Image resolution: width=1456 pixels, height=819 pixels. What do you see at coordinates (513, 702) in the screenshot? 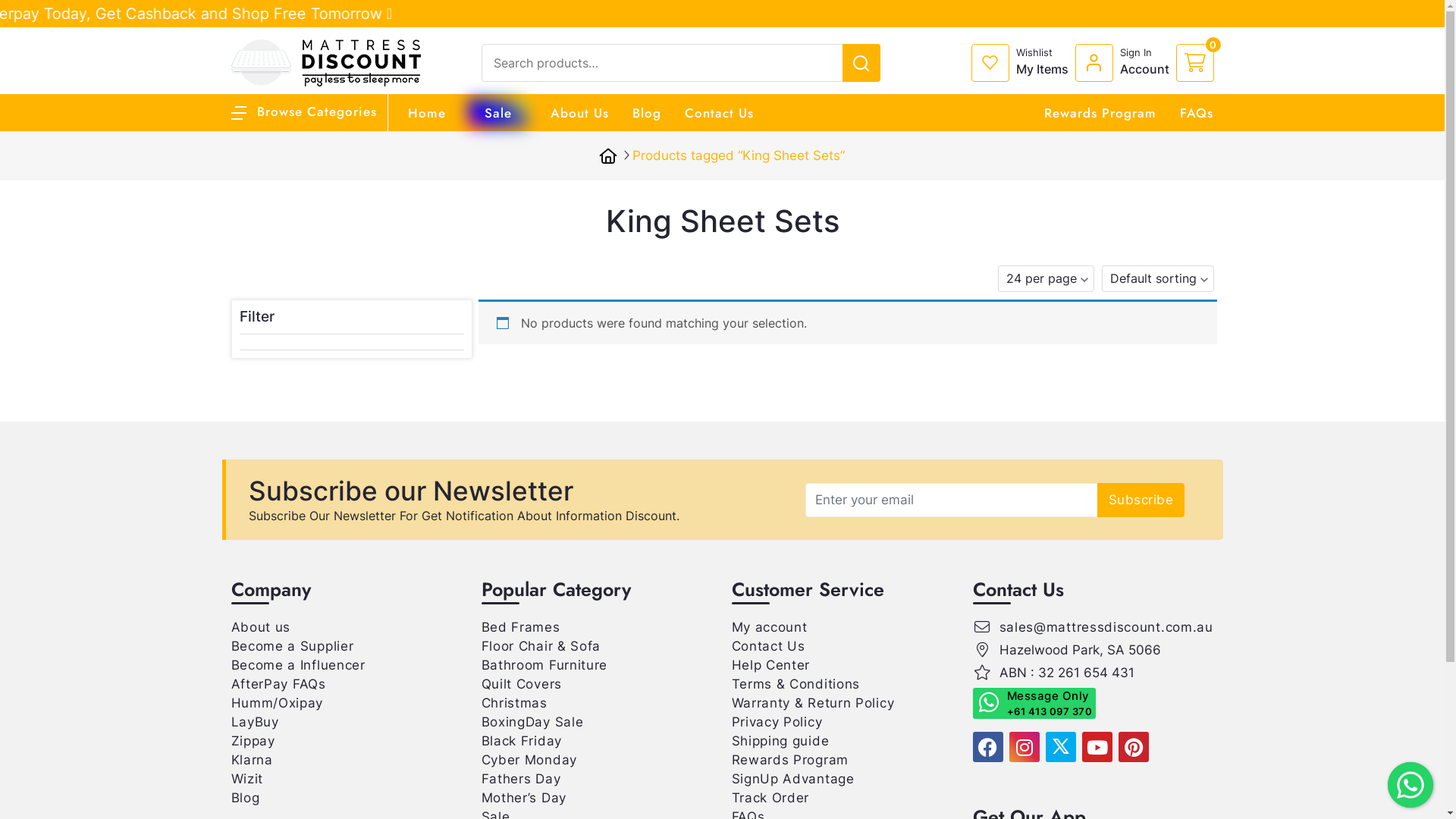
I see `'Christmas'` at bounding box center [513, 702].